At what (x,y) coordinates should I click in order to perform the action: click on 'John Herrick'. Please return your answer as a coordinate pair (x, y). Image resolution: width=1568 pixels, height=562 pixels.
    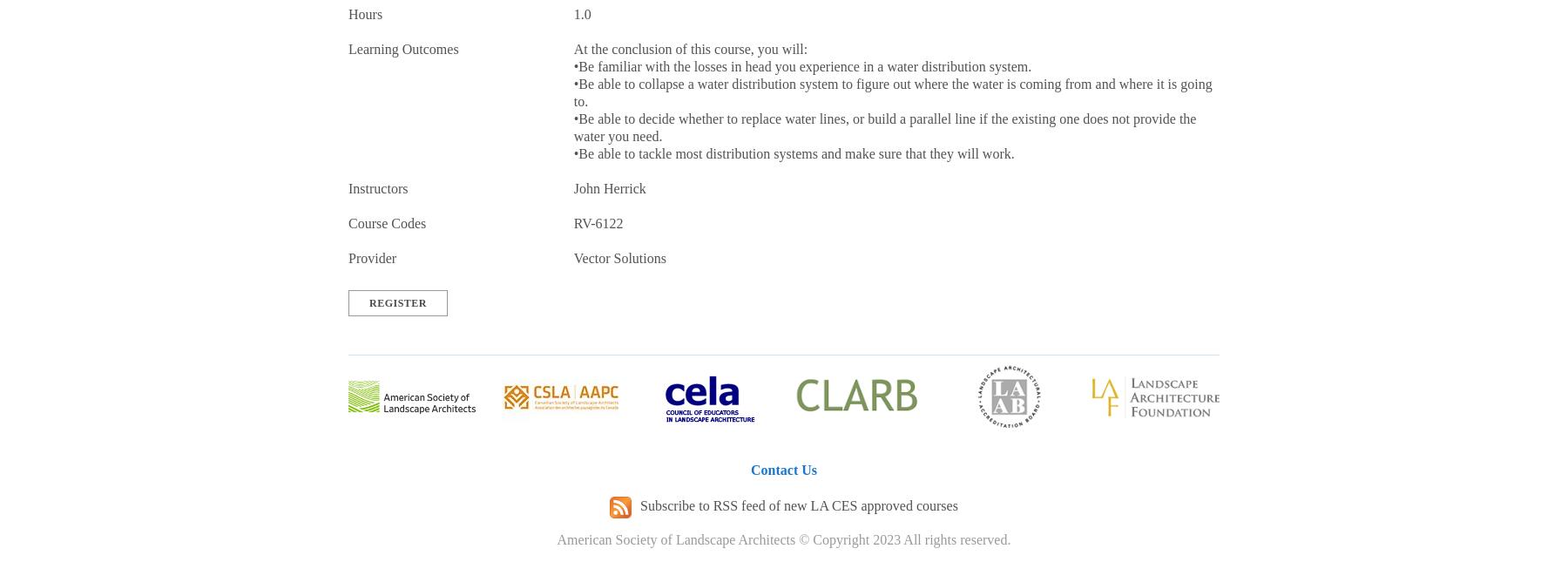
    Looking at the image, I should click on (608, 187).